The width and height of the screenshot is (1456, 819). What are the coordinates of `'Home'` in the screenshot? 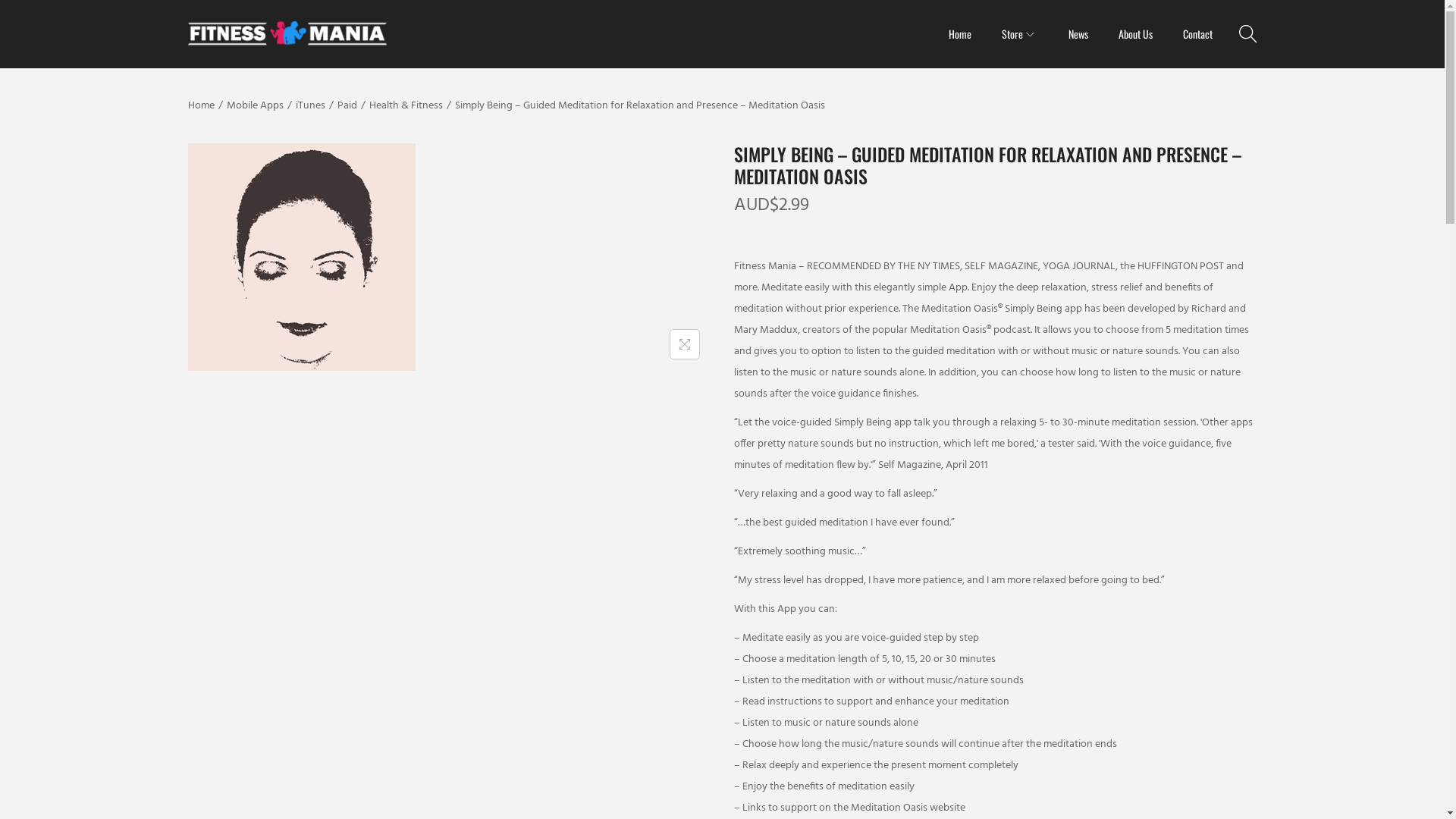 It's located at (959, 34).